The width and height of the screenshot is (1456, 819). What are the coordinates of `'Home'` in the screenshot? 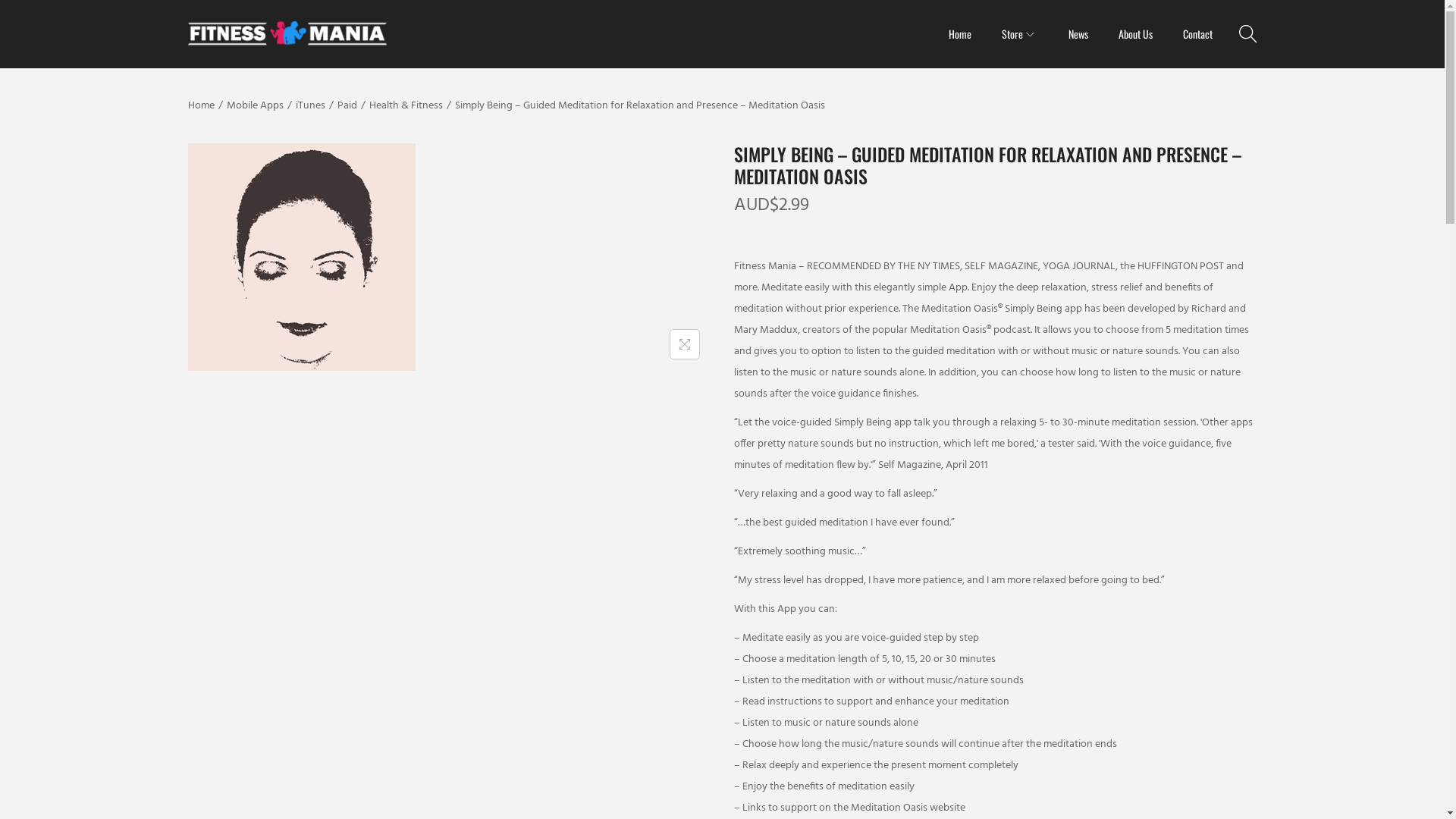 It's located at (959, 34).